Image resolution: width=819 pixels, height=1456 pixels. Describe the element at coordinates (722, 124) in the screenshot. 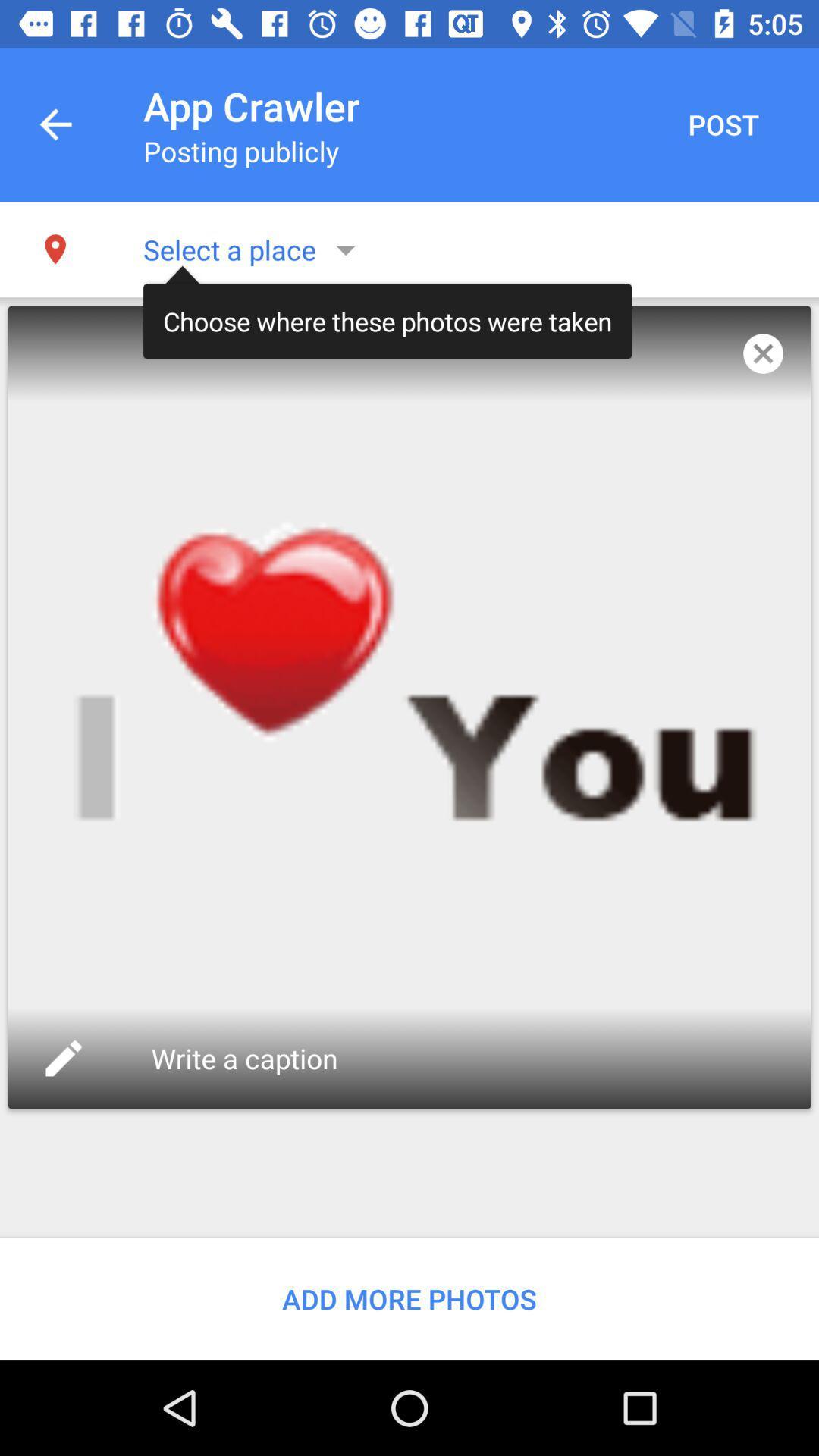

I see `the post item` at that location.